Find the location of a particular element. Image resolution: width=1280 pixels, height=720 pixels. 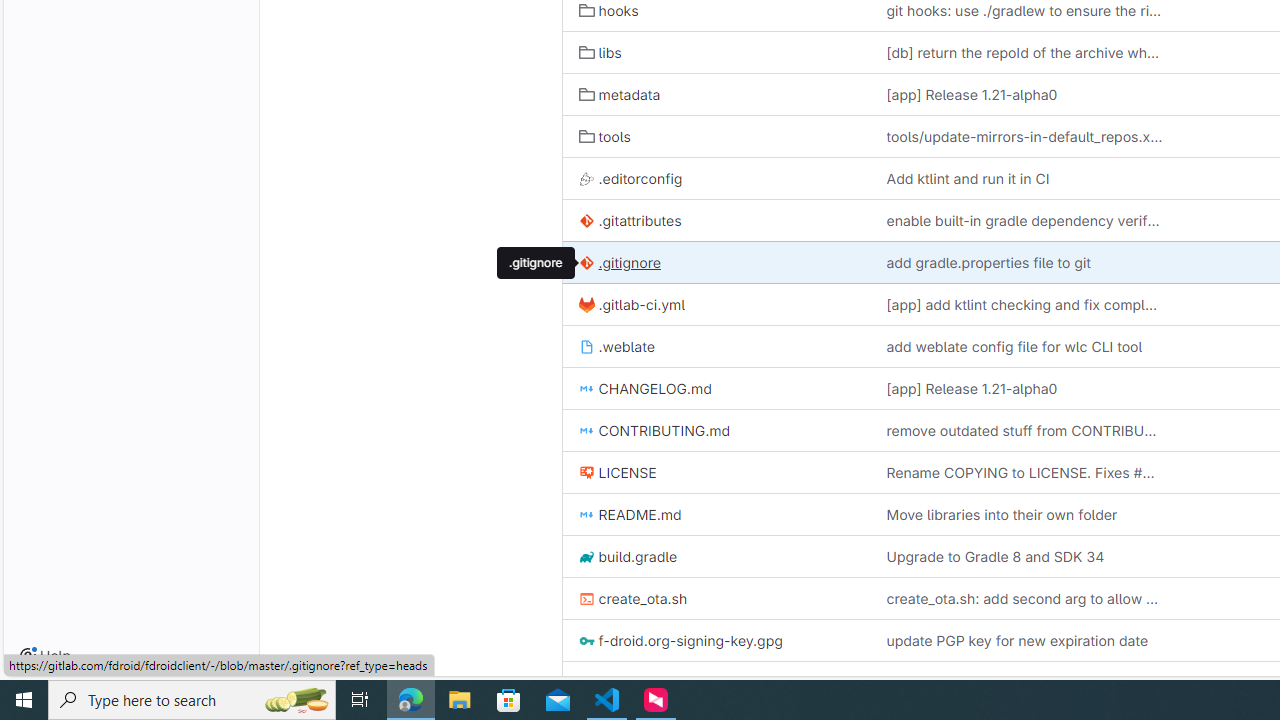

'Upgrade to Gradle 8 and SDK 34' is located at coordinates (995, 556).